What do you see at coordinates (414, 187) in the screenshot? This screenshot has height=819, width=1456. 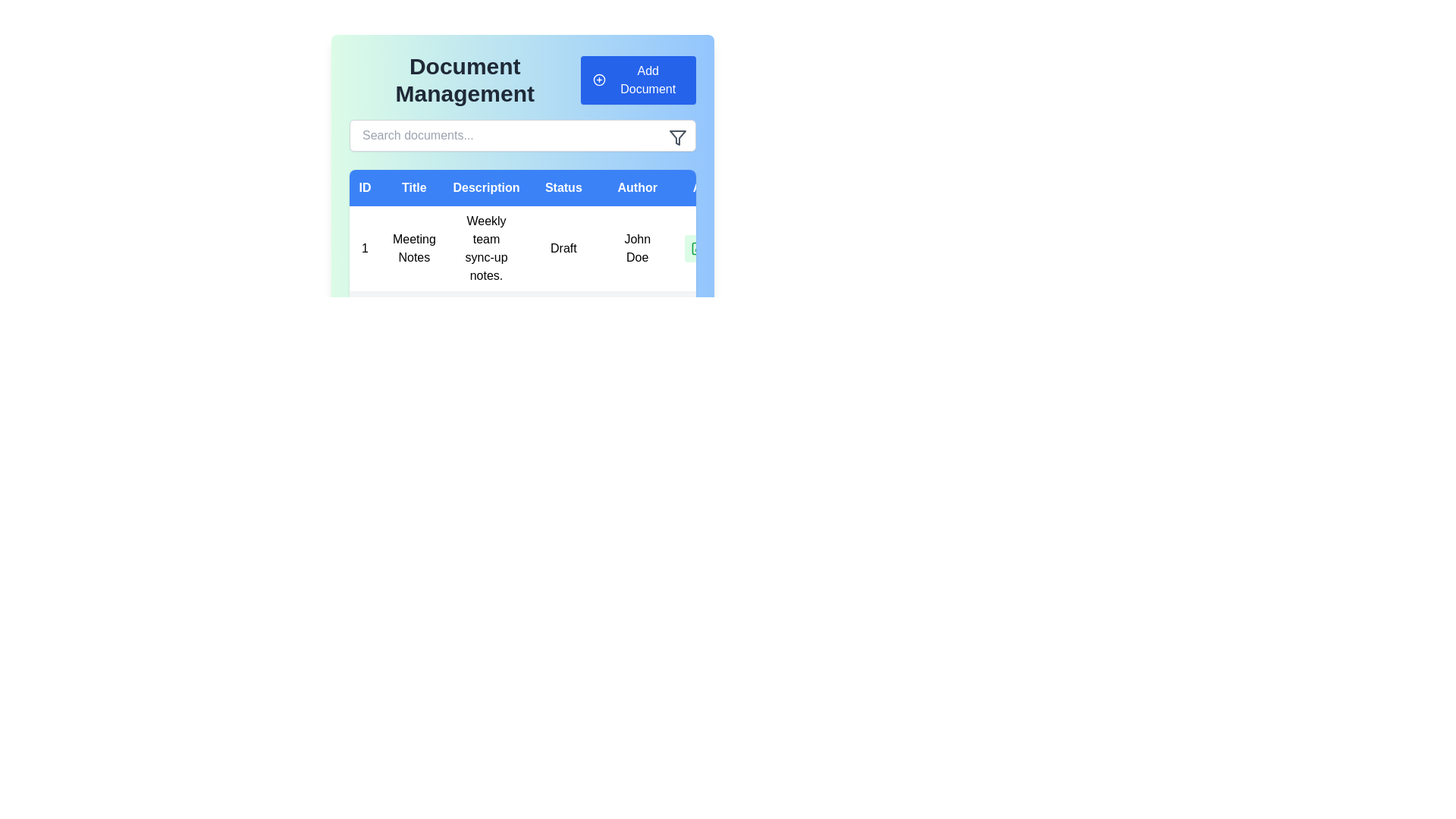 I see `the second column header of the table, which represents the titles of records, positioned between the 'ID' and 'Description' headers` at bounding box center [414, 187].